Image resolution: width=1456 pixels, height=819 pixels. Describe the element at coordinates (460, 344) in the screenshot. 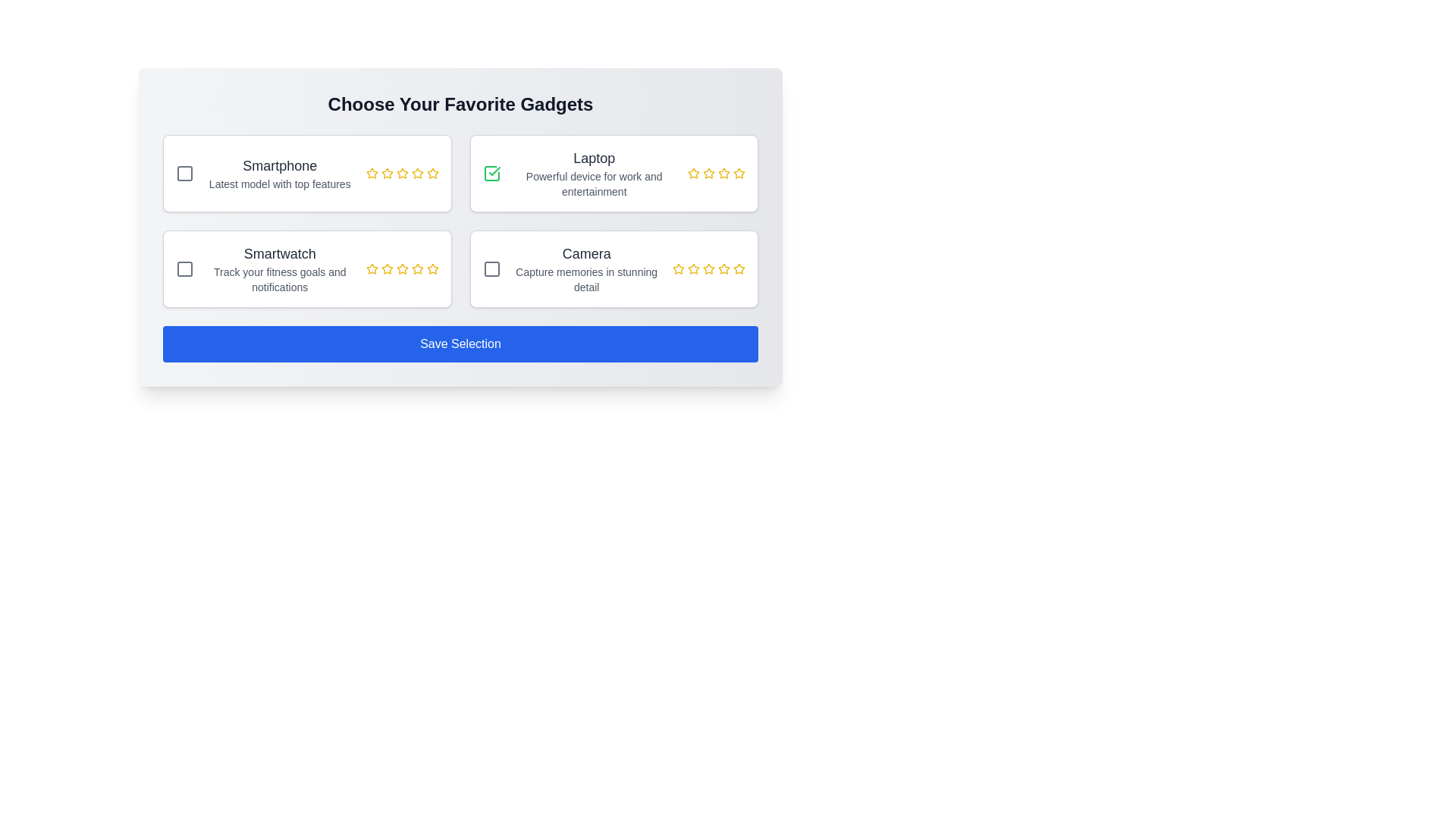

I see `the submission button located below the 'Choose Your Favorite Gadgets' grid` at that location.